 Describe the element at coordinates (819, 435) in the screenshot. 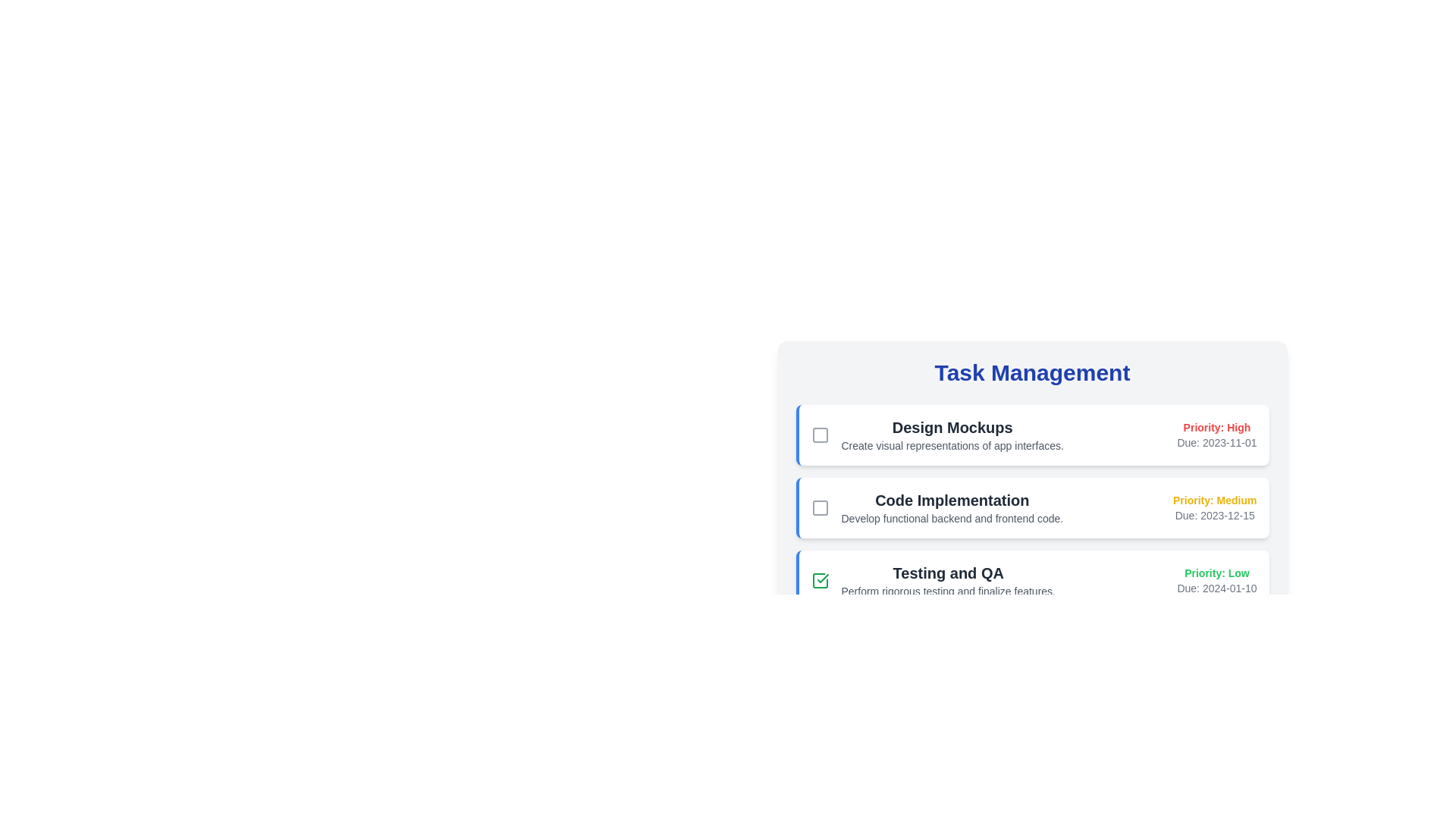

I see `the status indicator icon for the 'Design Mockups' task in the task management list` at that location.